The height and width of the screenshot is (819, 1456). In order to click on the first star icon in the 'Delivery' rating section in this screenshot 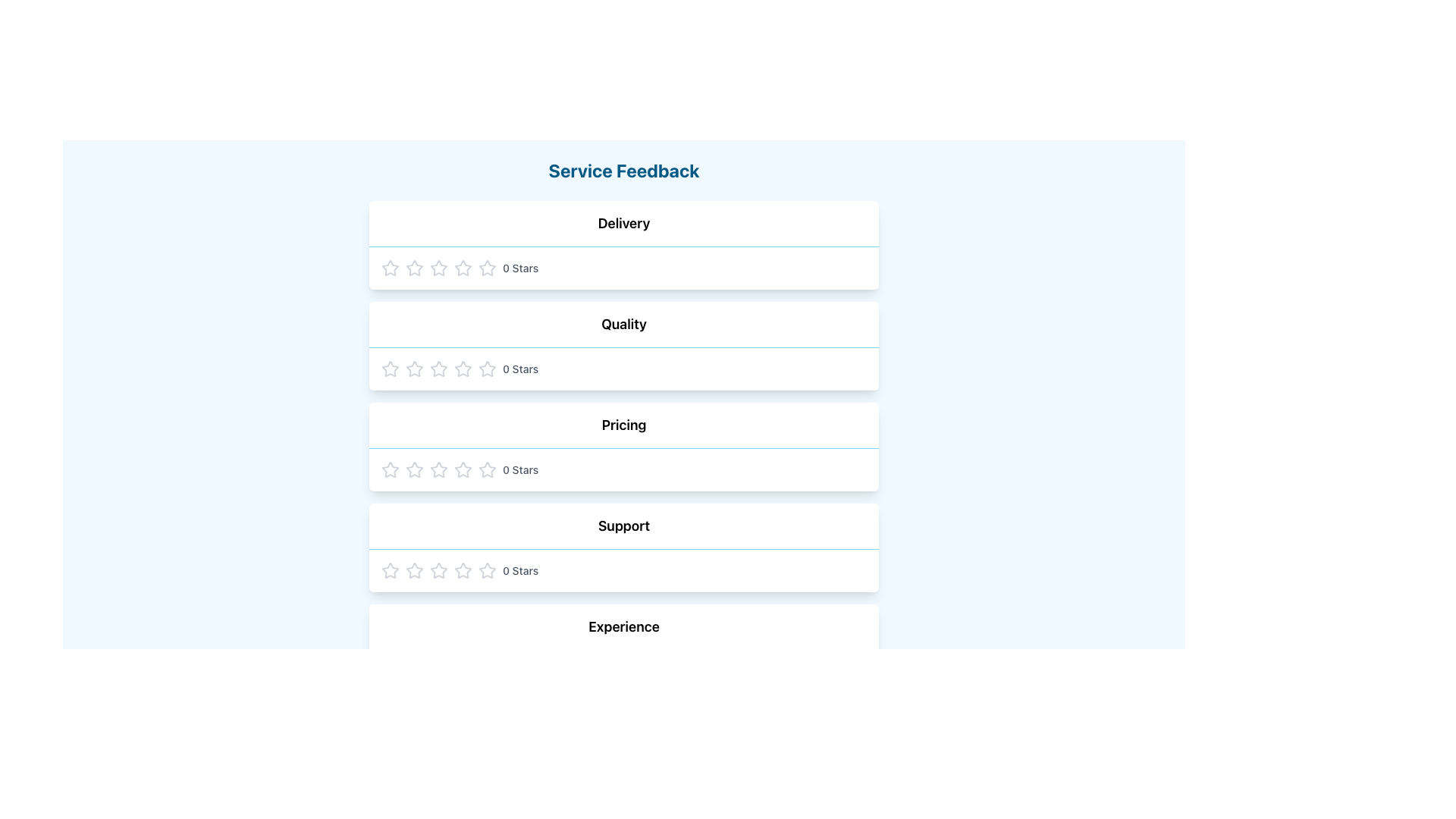, I will do `click(415, 267)`.